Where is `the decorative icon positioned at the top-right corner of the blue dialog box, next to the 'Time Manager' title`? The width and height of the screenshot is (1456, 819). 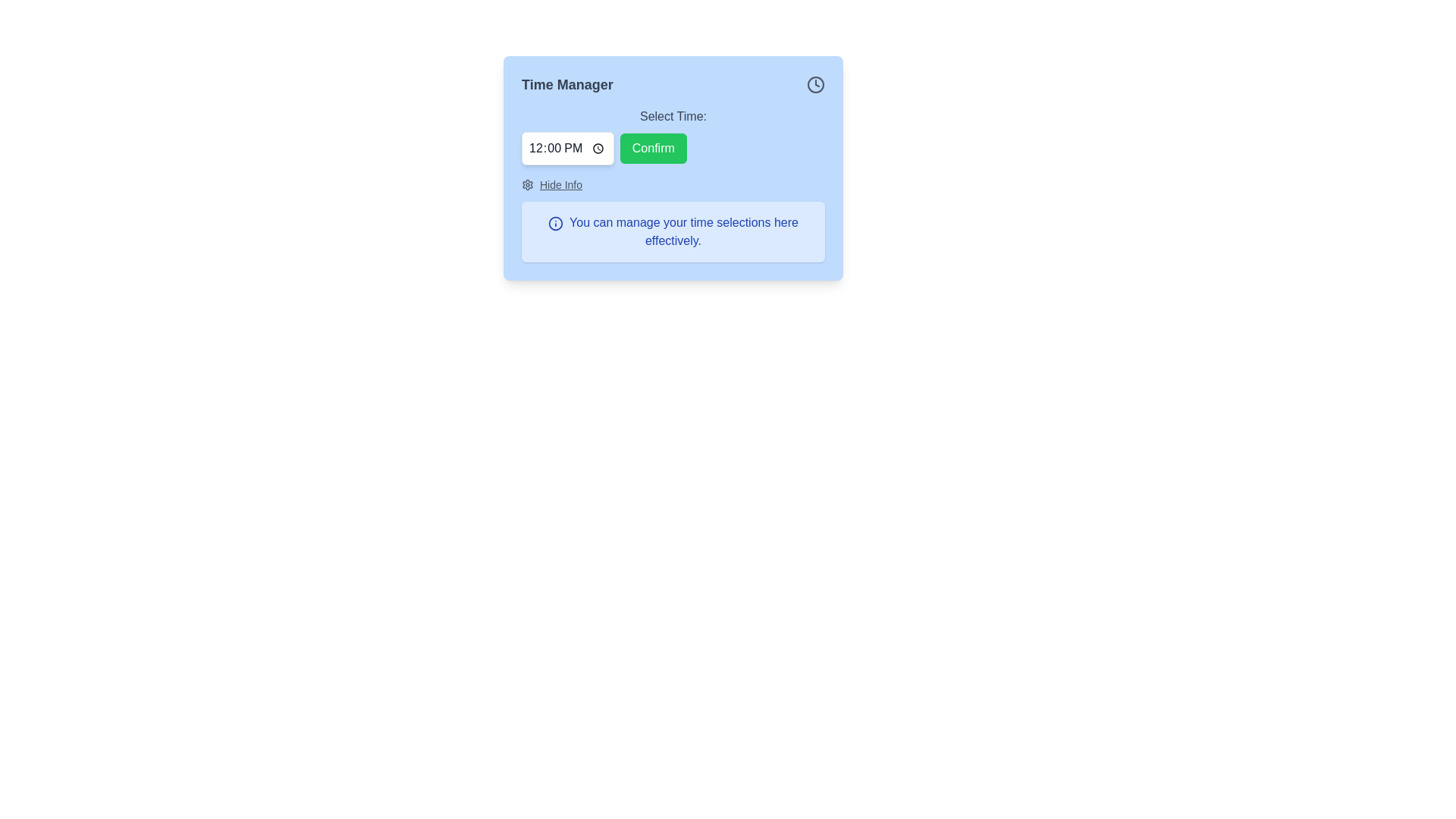 the decorative icon positioned at the top-right corner of the blue dialog box, next to the 'Time Manager' title is located at coordinates (814, 84).